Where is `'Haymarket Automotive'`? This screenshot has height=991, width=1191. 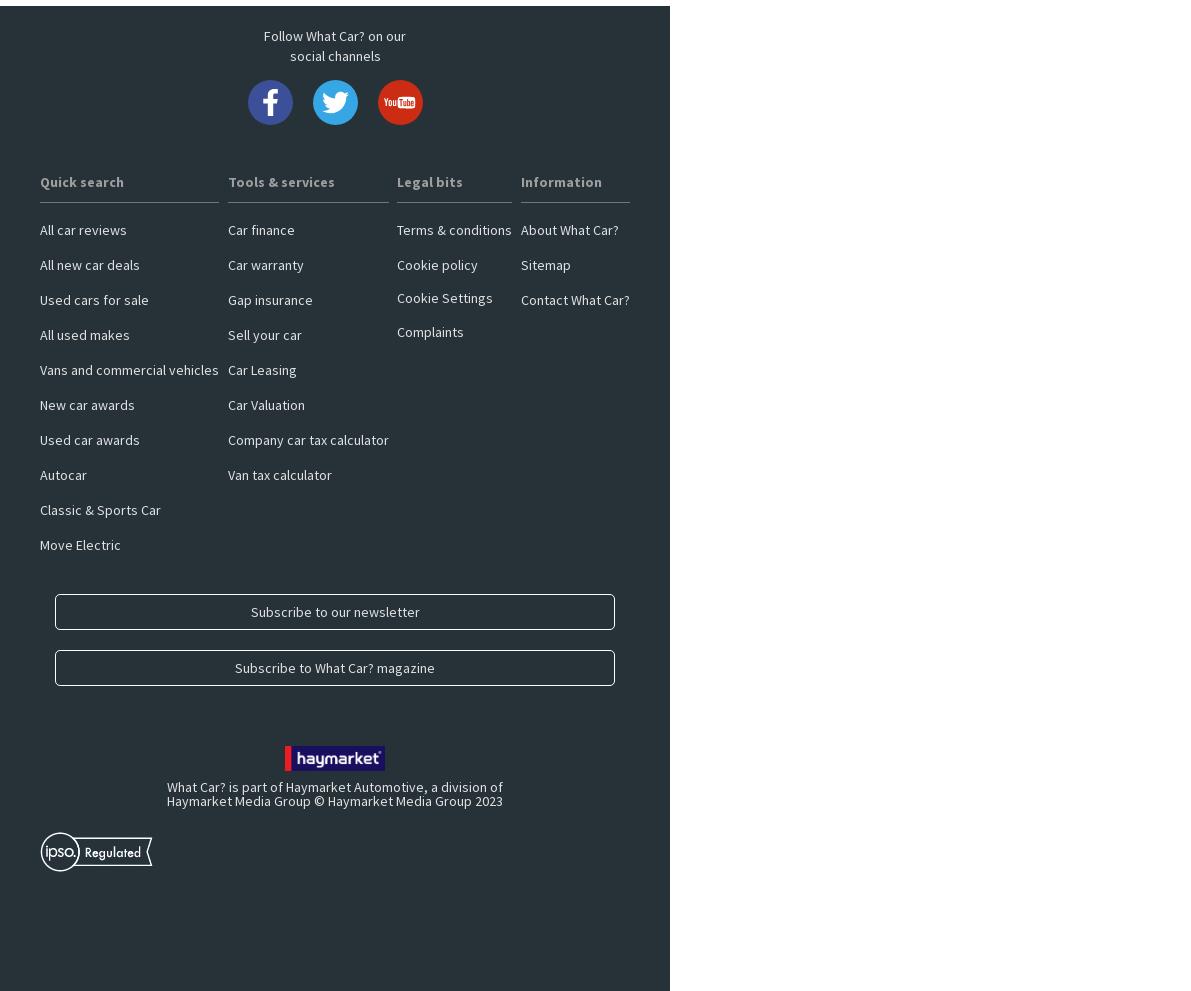
'Haymarket Automotive' is located at coordinates (285, 786).